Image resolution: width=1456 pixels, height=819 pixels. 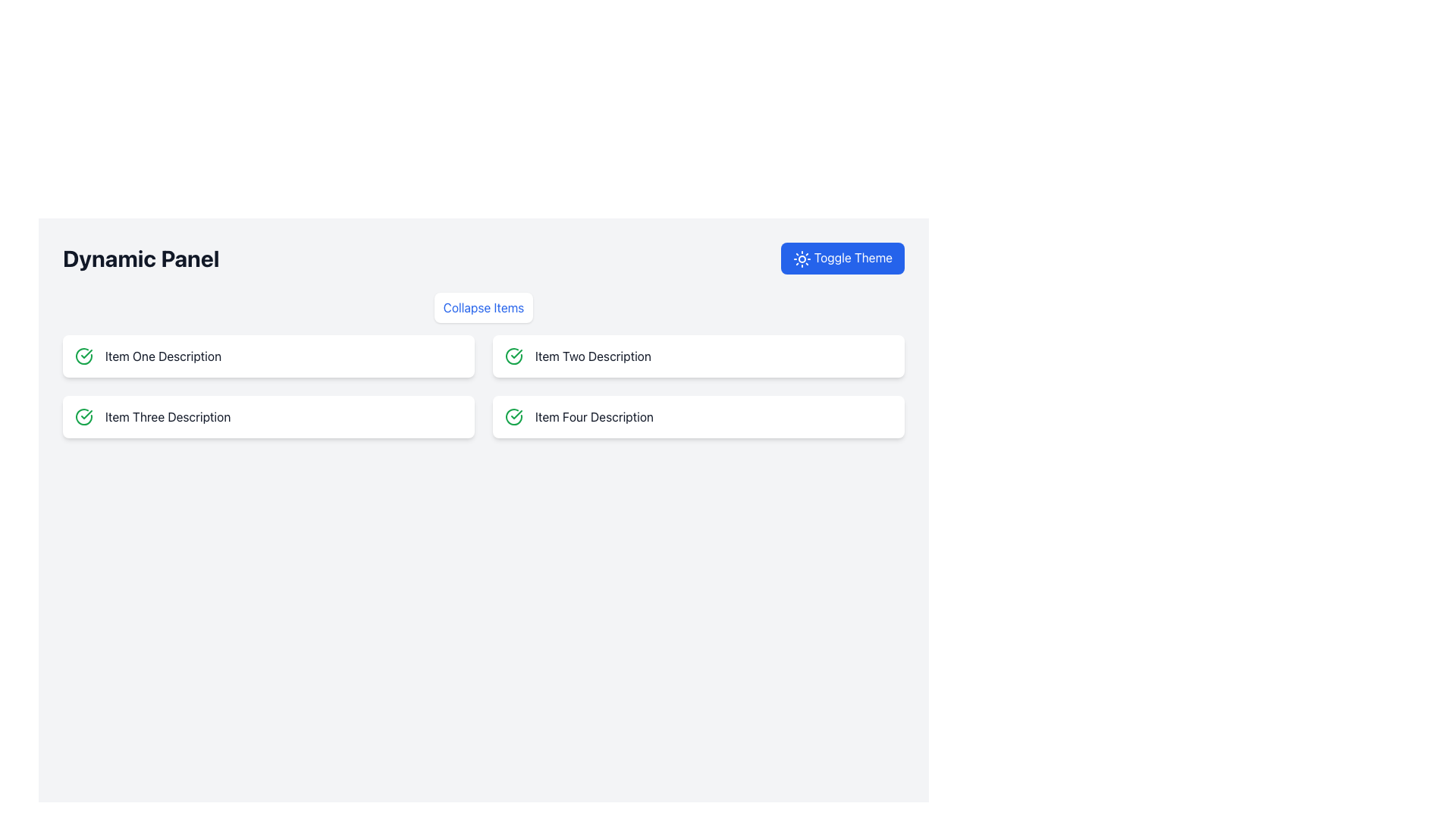 I want to click on the 'Toggle Theme' button using tab navigation, so click(x=842, y=257).